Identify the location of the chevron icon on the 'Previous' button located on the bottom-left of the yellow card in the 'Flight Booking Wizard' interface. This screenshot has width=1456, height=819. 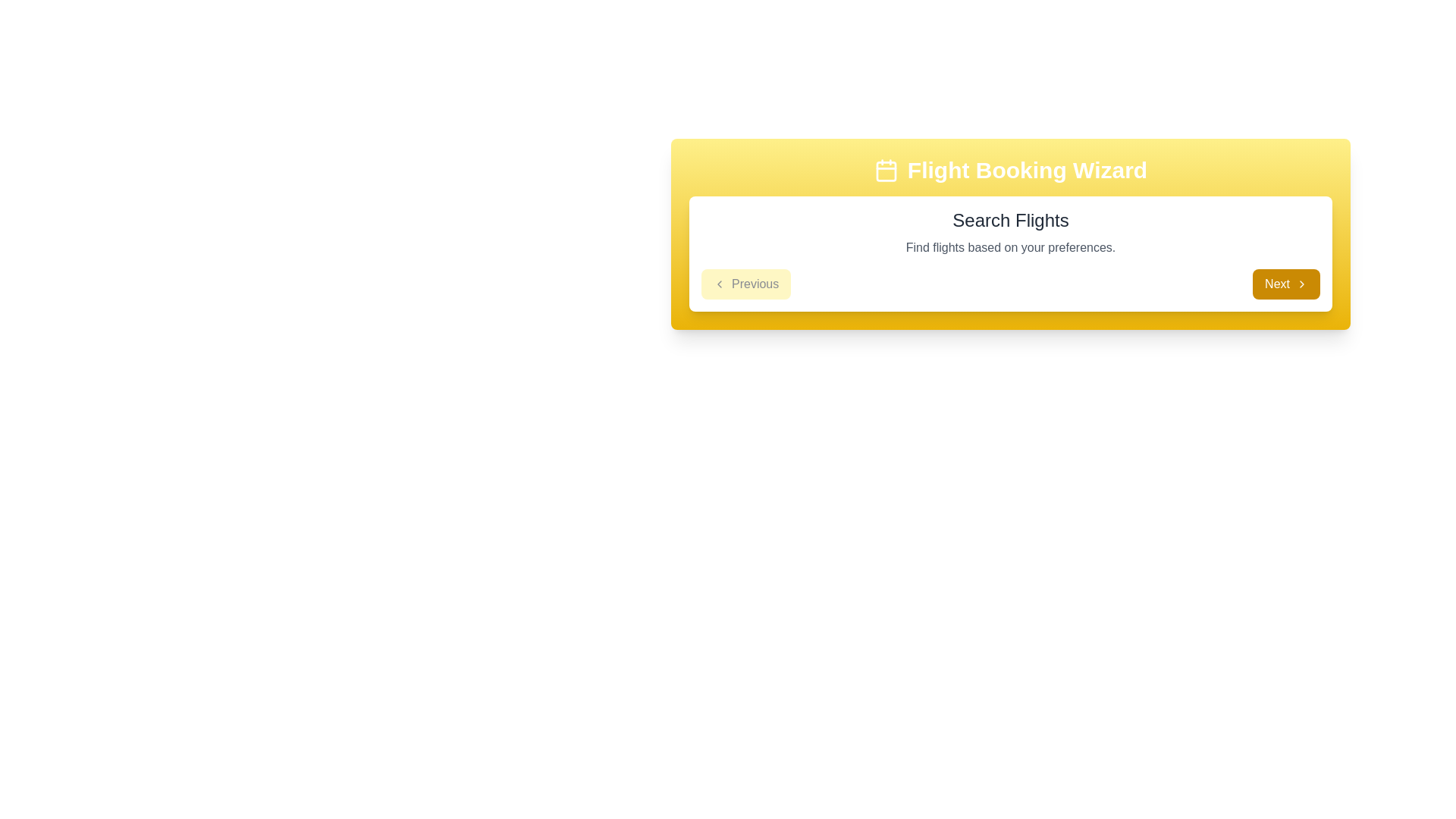
(719, 284).